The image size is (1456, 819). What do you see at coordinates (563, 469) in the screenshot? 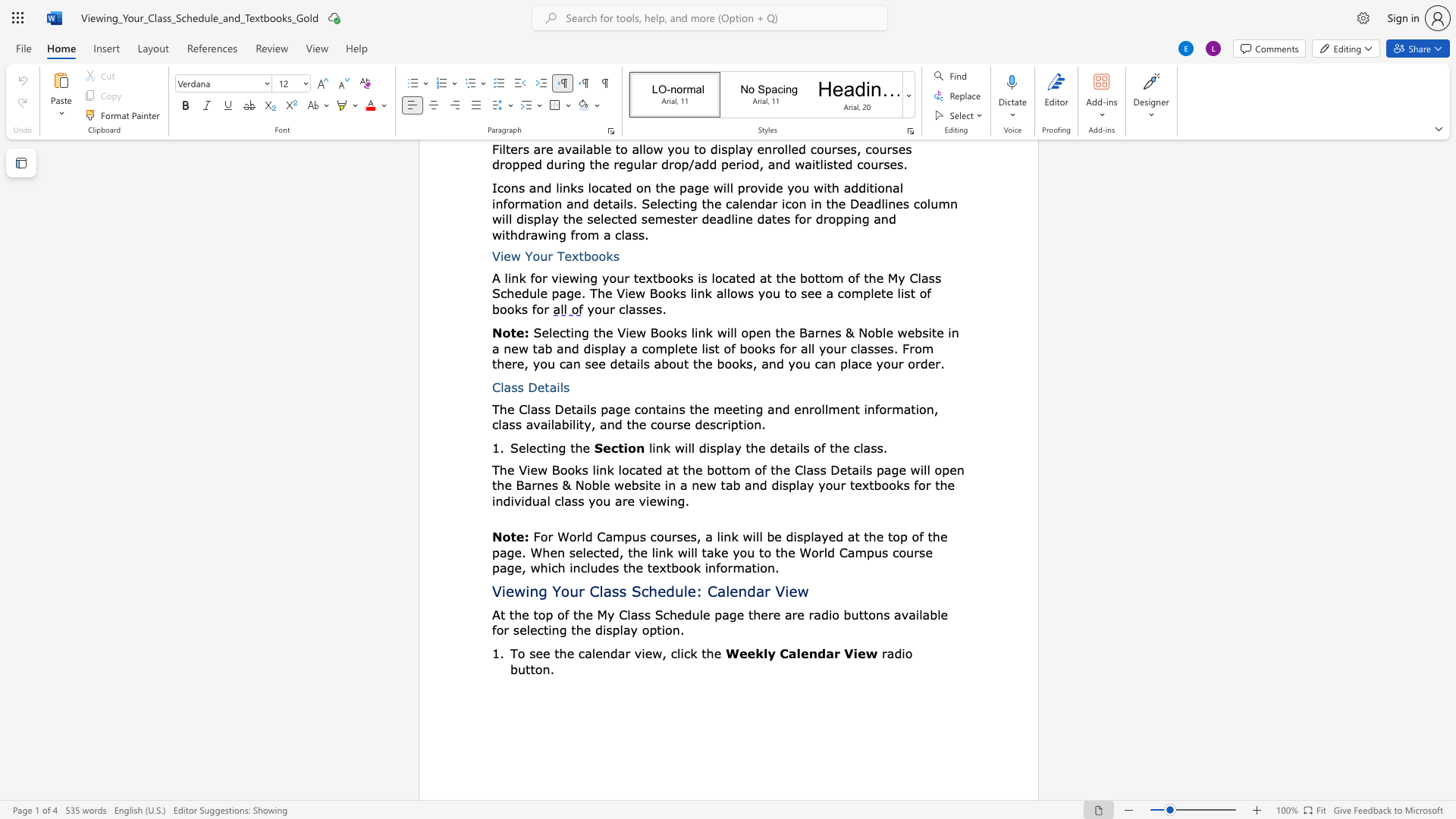
I see `the 1th character "o" in the text` at bounding box center [563, 469].